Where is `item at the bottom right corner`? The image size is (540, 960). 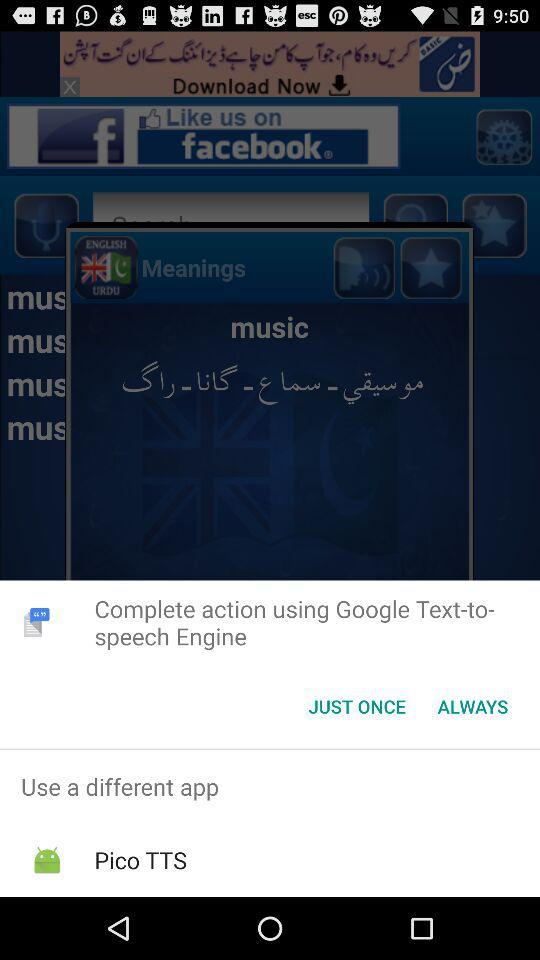
item at the bottom right corner is located at coordinates (472, 706).